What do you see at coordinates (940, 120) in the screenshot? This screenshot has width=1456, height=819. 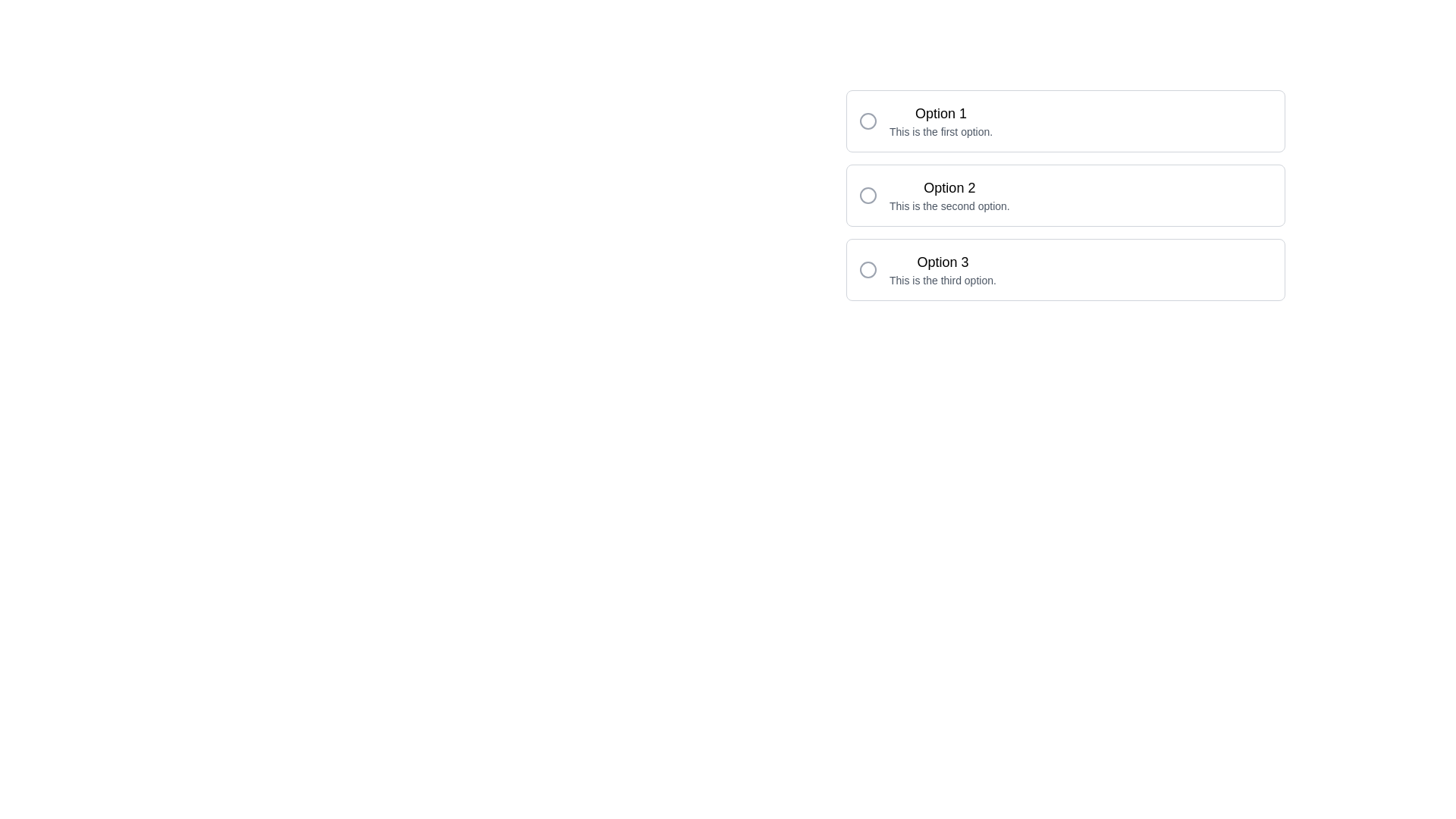 I see `the Text Label that describes an option in a selection form, situated as the first item in a vertical stack, within a light box and adjacent to a radio button` at bounding box center [940, 120].